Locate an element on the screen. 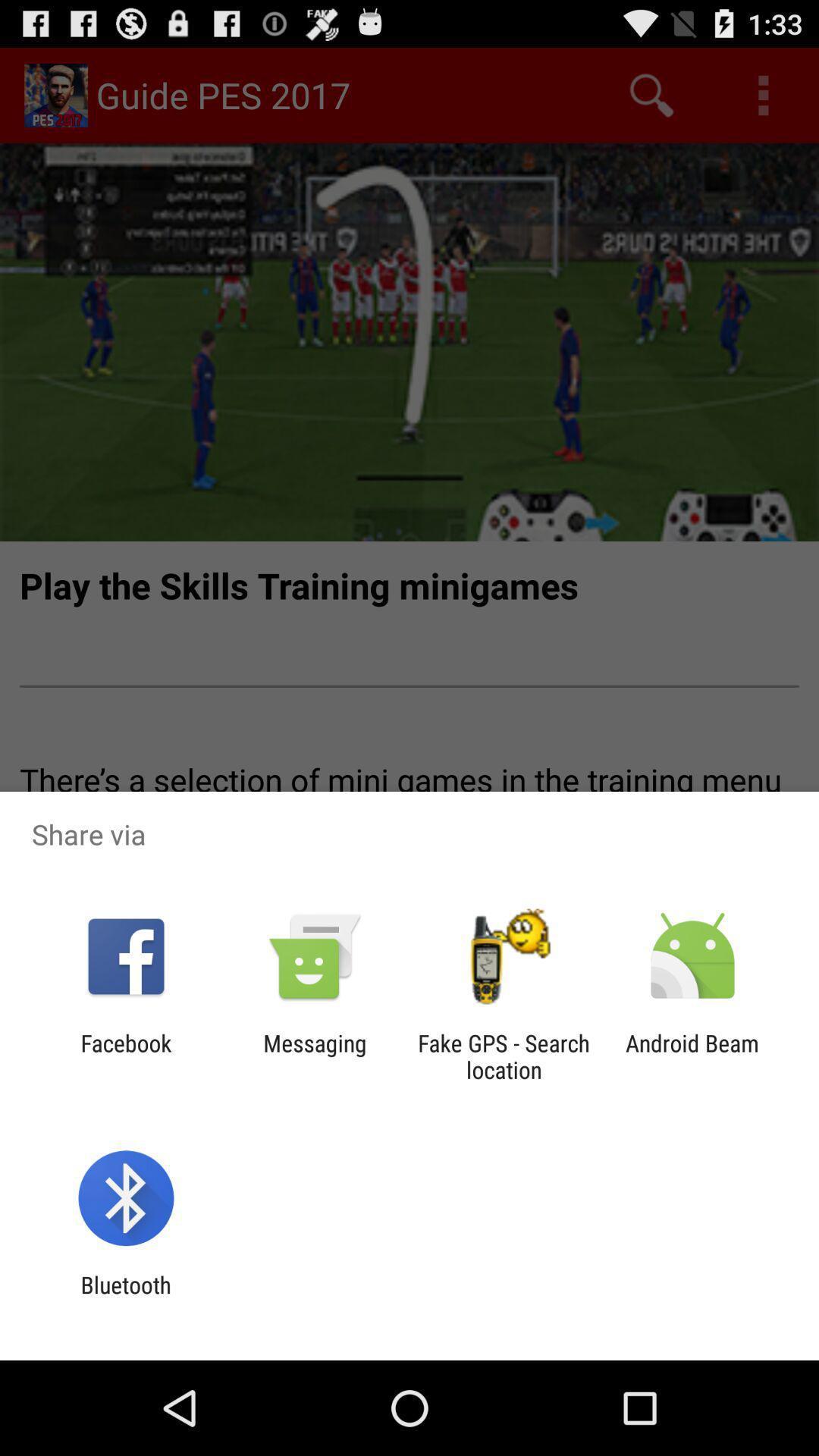  fake gps search is located at coordinates (504, 1056).